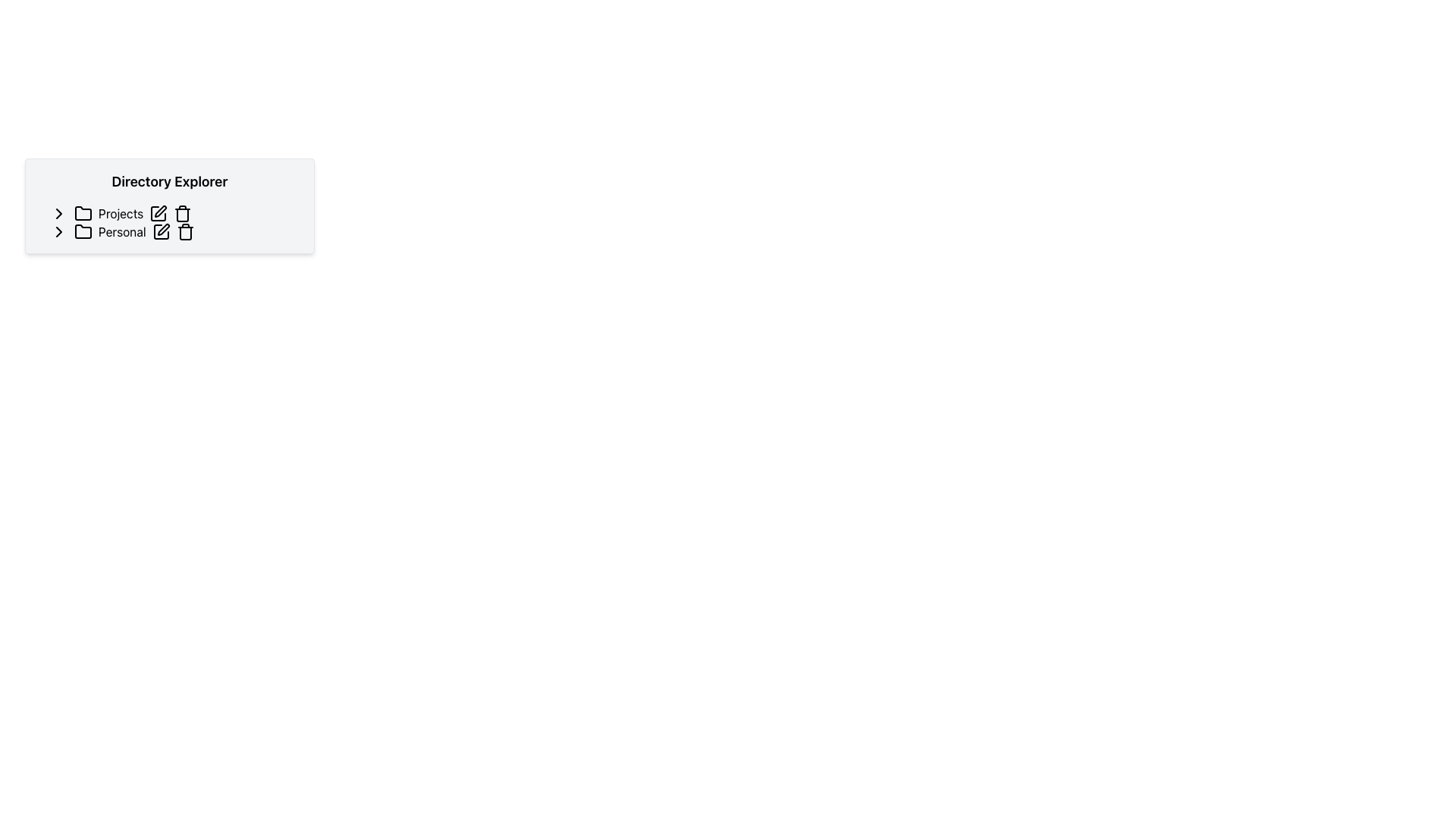  Describe the element at coordinates (58, 213) in the screenshot. I see `the toggle button-like interactive icon` at that location.